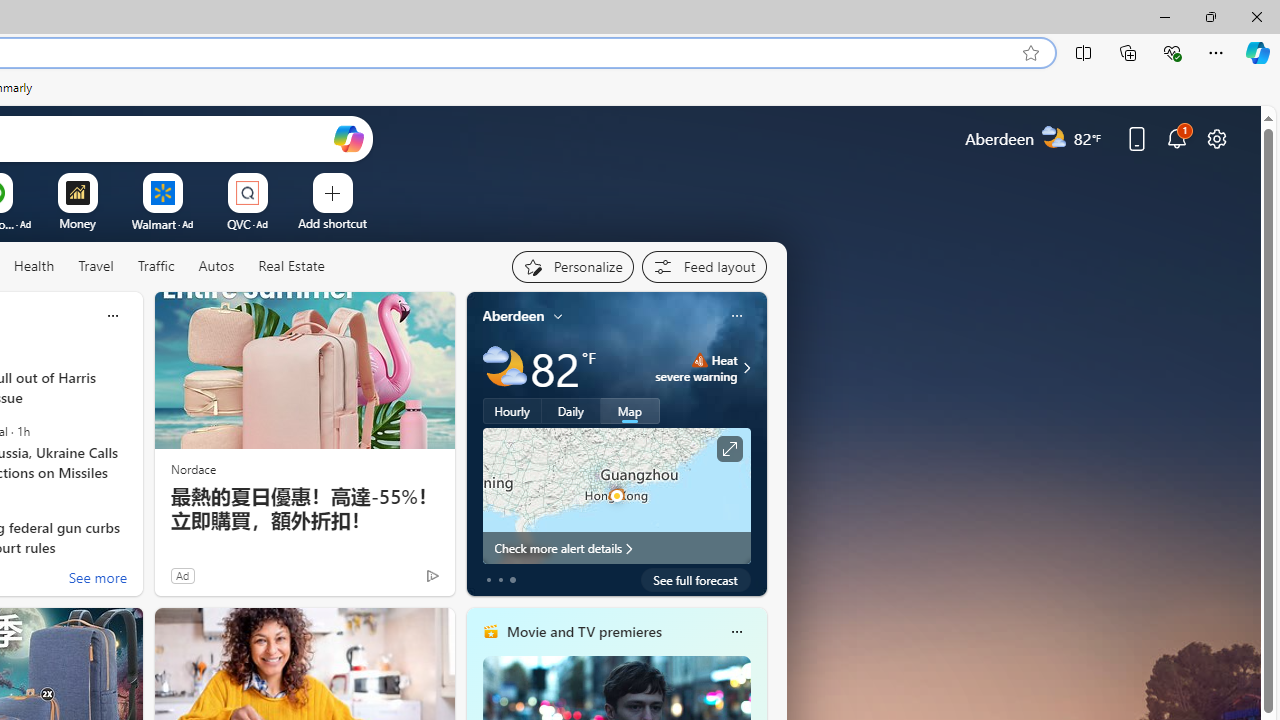  Describe the element at coordinates (629, 410) in the screenshot. I see `'Map'` at that location.